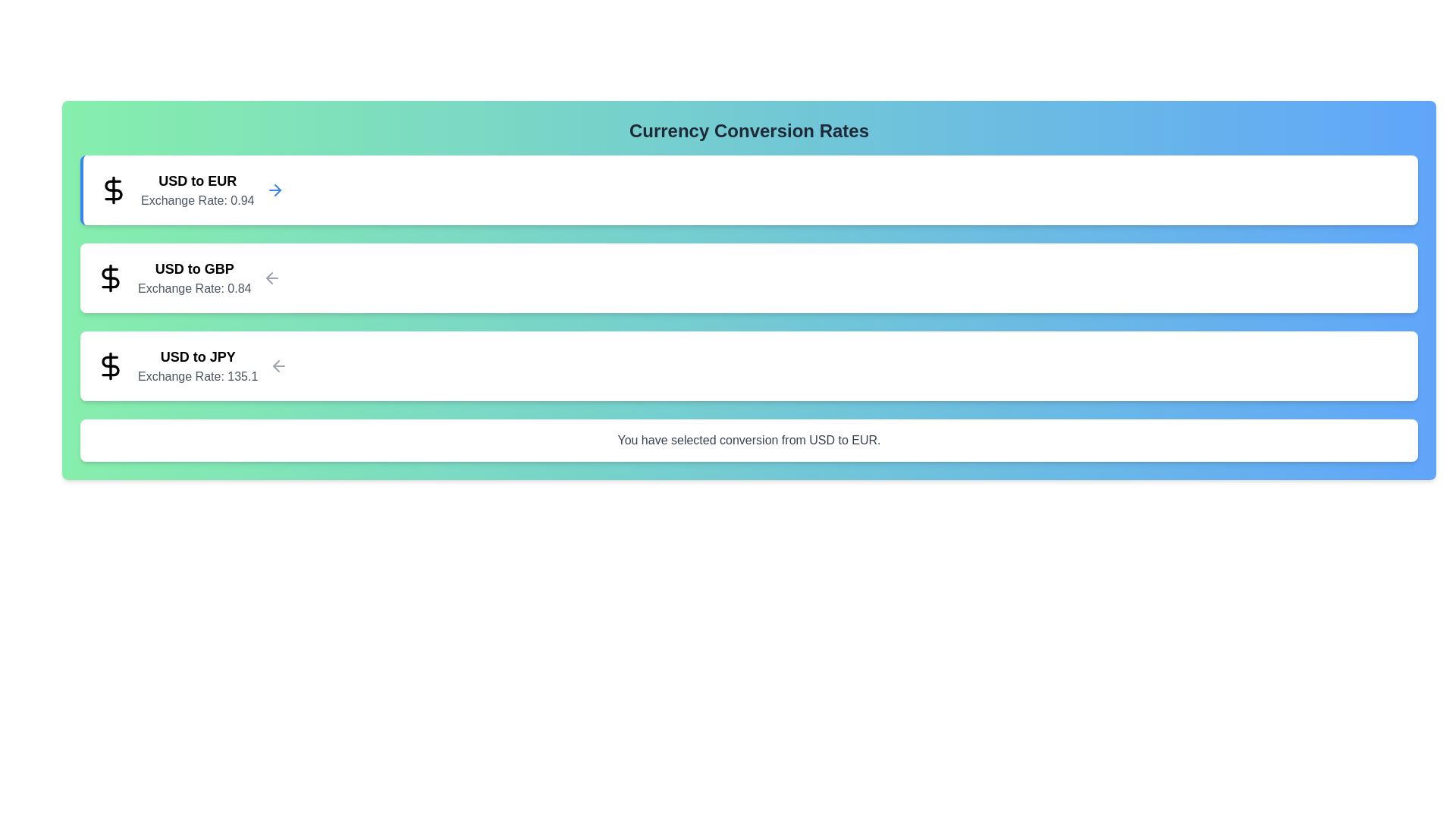 The height and width of the screenshot is (819, 1456). What do you see at coordinates (279, 366) in the screenshot?
I see `the gray leftward-oriented SVG arrow icon indicating a backward action, located to the right of the 'USD to JPY' text and 'Exchange Rate: 135.1' in the currency conversion rates list` at bounding box center [279, 366].